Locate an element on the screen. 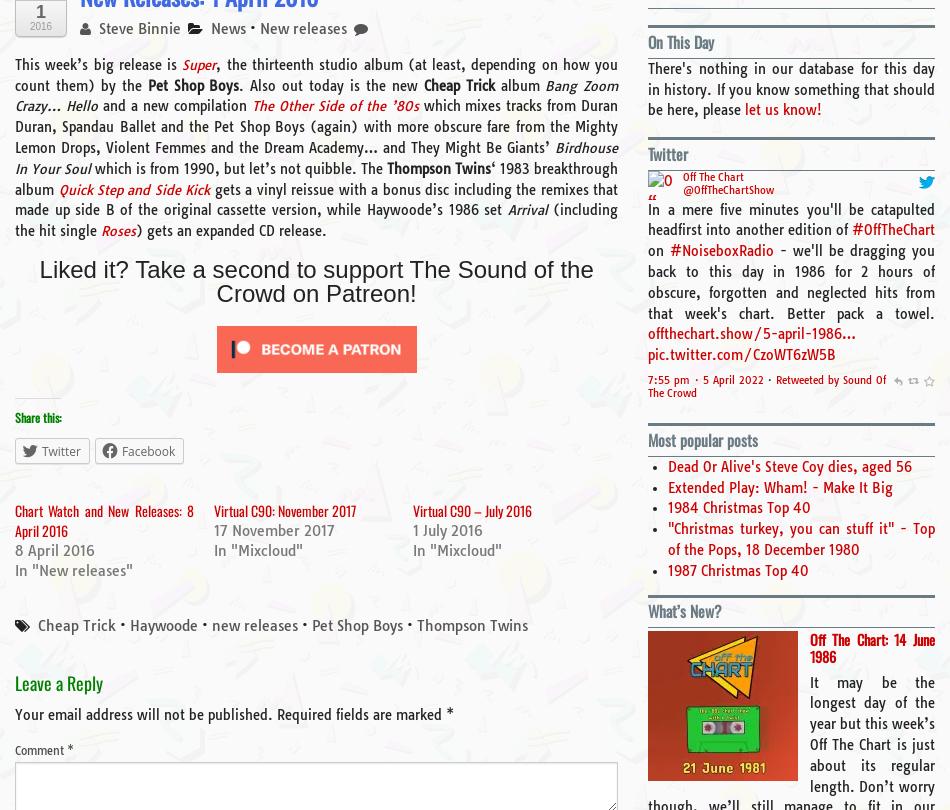 The width and height of the screenshot is (950, 810). '(including the hit single' is located at coordinates (315, 219).